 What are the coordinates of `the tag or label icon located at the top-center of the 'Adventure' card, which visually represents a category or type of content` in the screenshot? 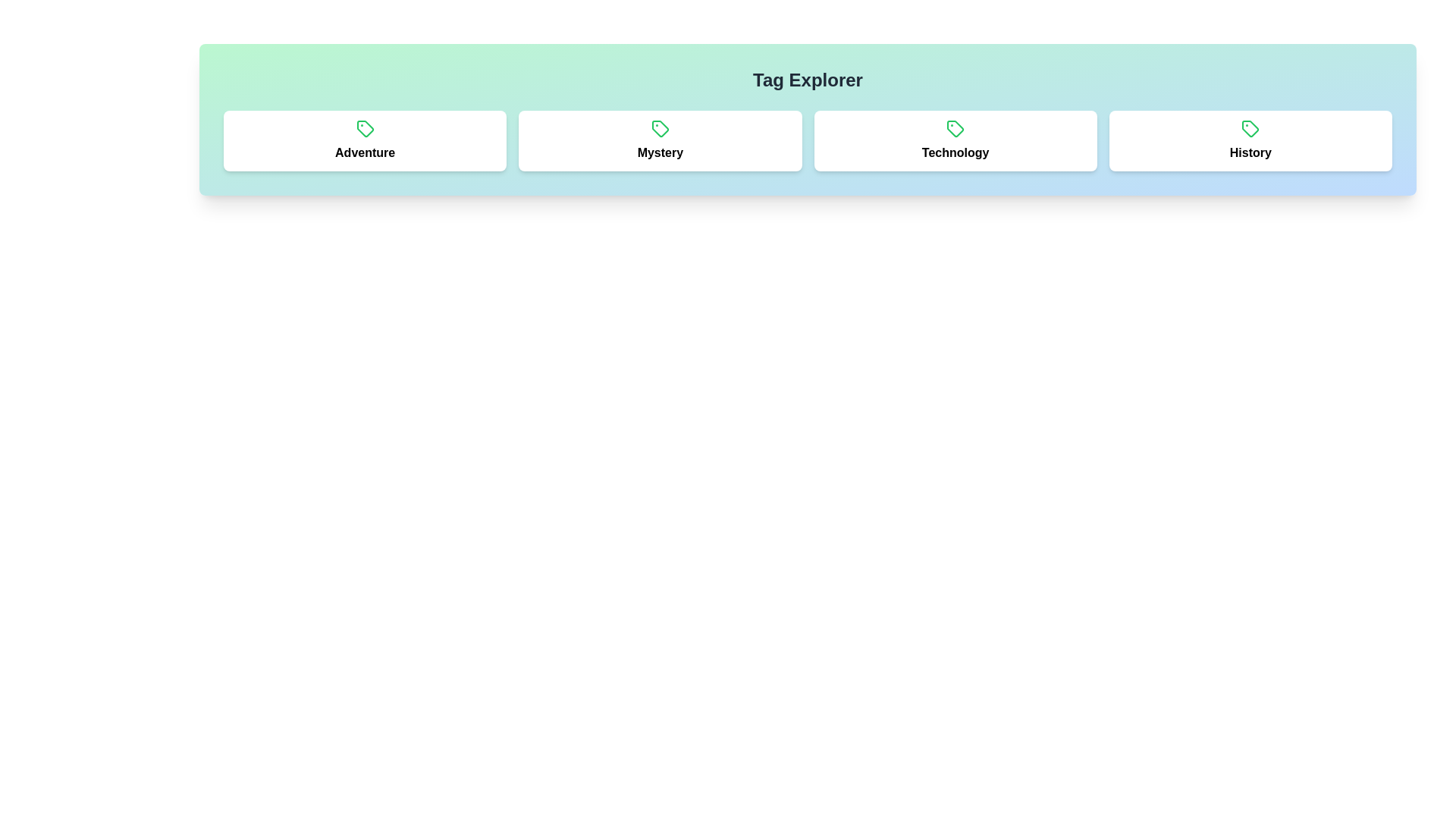 It's located at (365, 127).